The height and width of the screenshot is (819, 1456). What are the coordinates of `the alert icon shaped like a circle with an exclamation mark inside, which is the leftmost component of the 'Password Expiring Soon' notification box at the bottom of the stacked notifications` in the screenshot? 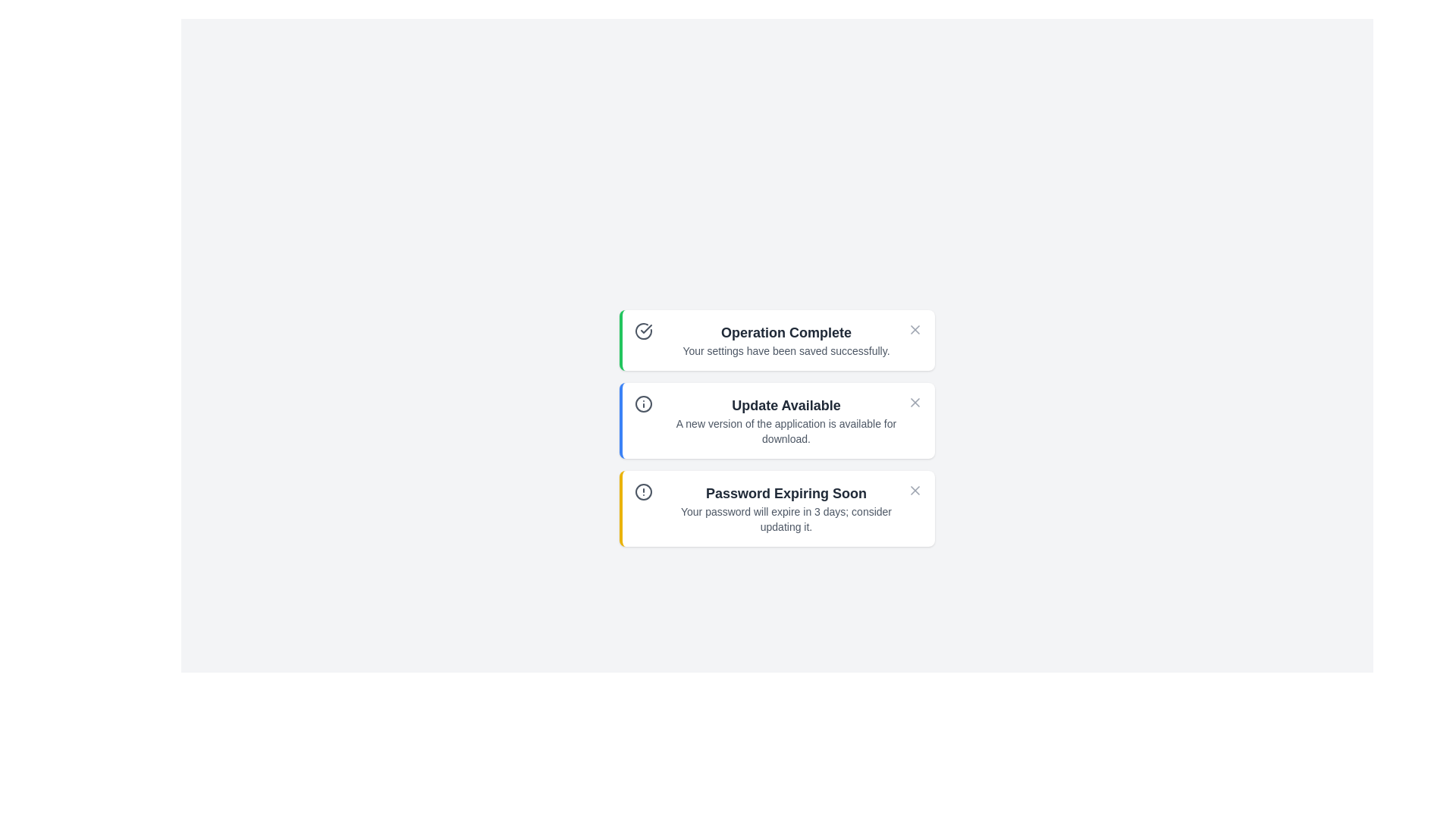 It's located at (644, 491).